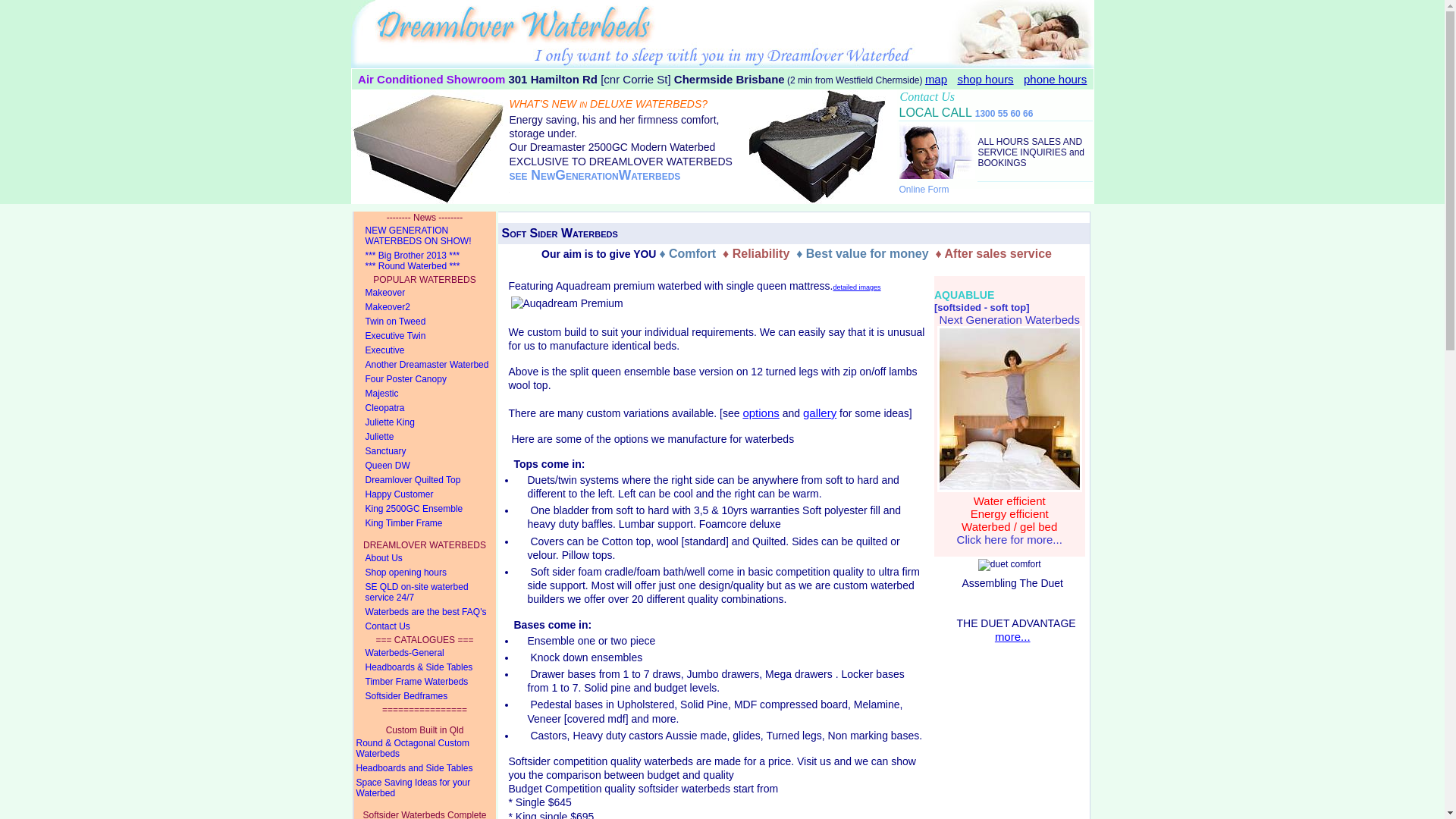 Image resolution: width=1456 pixels, height=819 pixels. Describe the element at coordinates (424, 307) in the screenshot. I see `'Makeover2'` at that location.